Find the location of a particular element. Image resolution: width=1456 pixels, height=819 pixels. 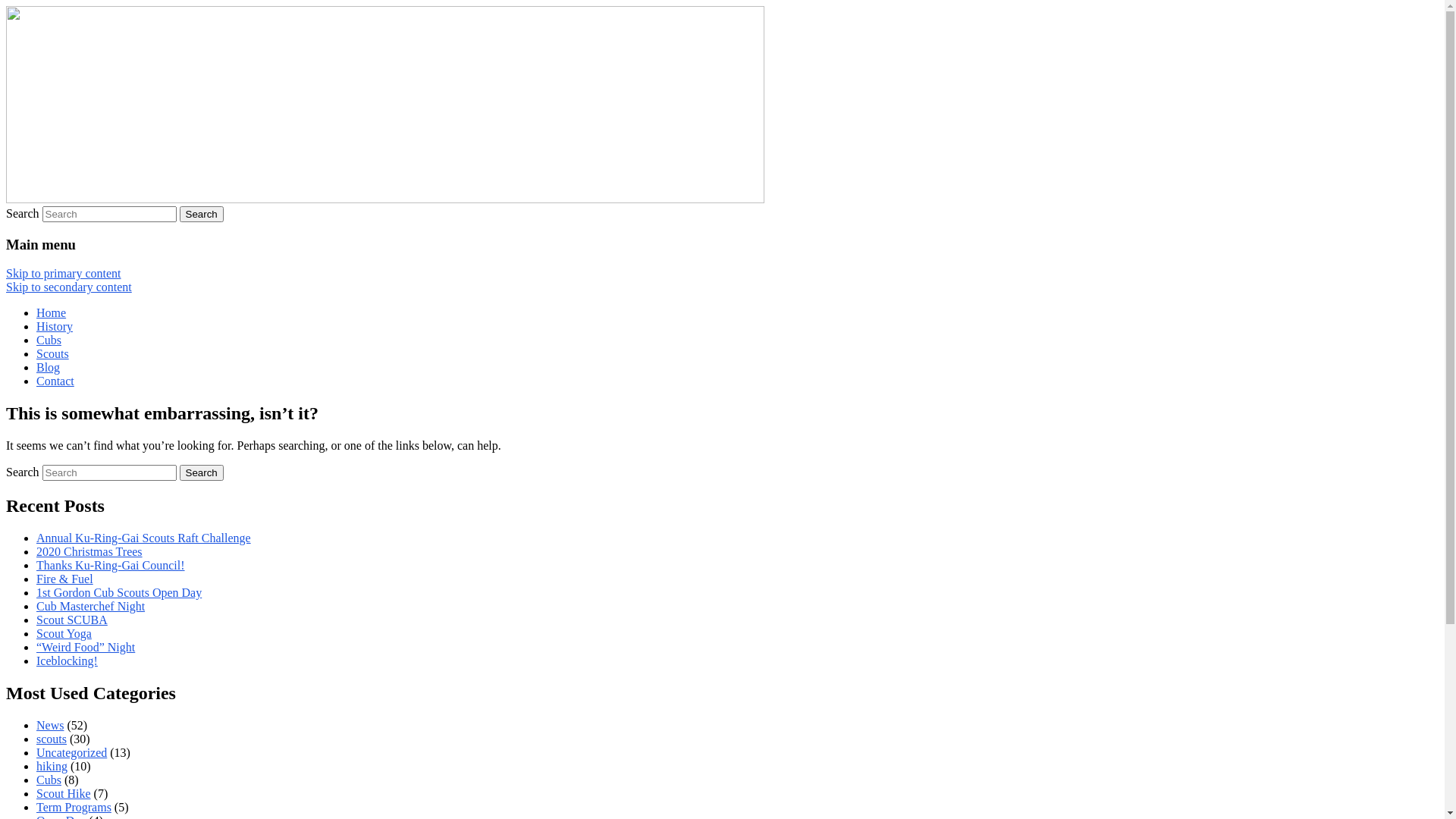

'Scouts' is located at coordinates (52, 353).